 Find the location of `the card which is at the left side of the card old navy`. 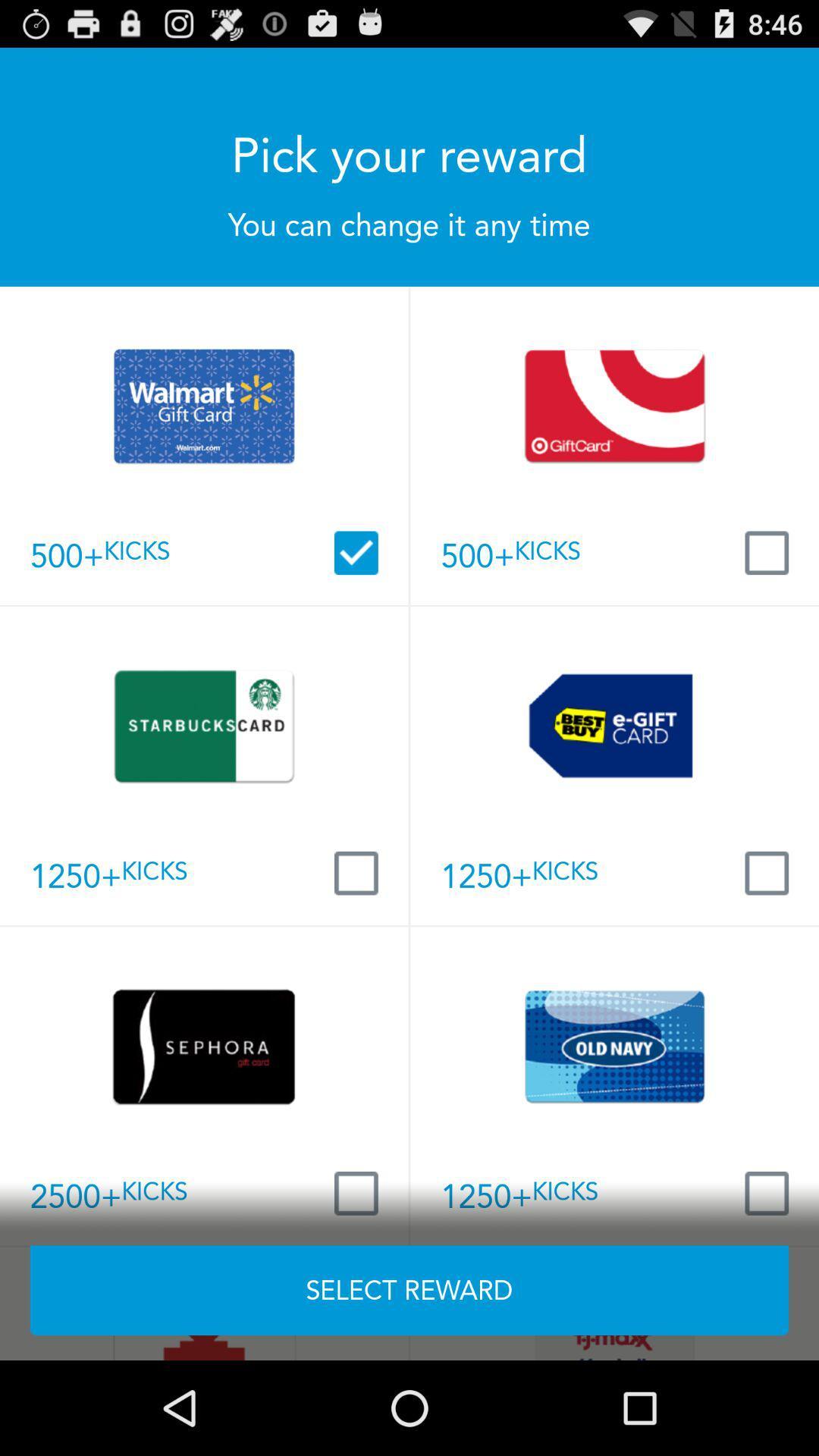

the card which is at the left side of the card old navy is located at coordinates (203, 1046).